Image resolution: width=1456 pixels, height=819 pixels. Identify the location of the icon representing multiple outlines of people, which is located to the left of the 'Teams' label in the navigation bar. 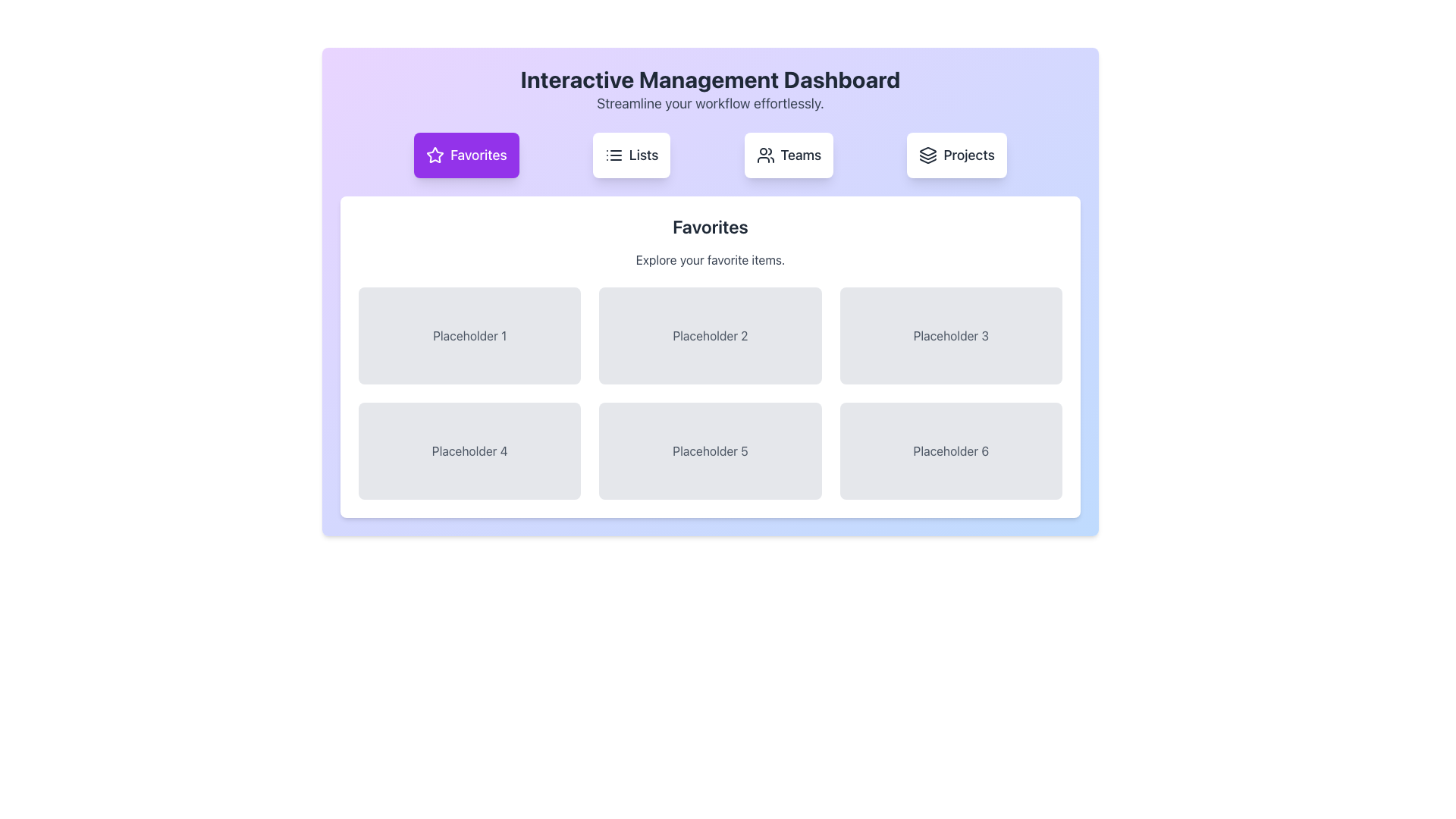
(765, 155).